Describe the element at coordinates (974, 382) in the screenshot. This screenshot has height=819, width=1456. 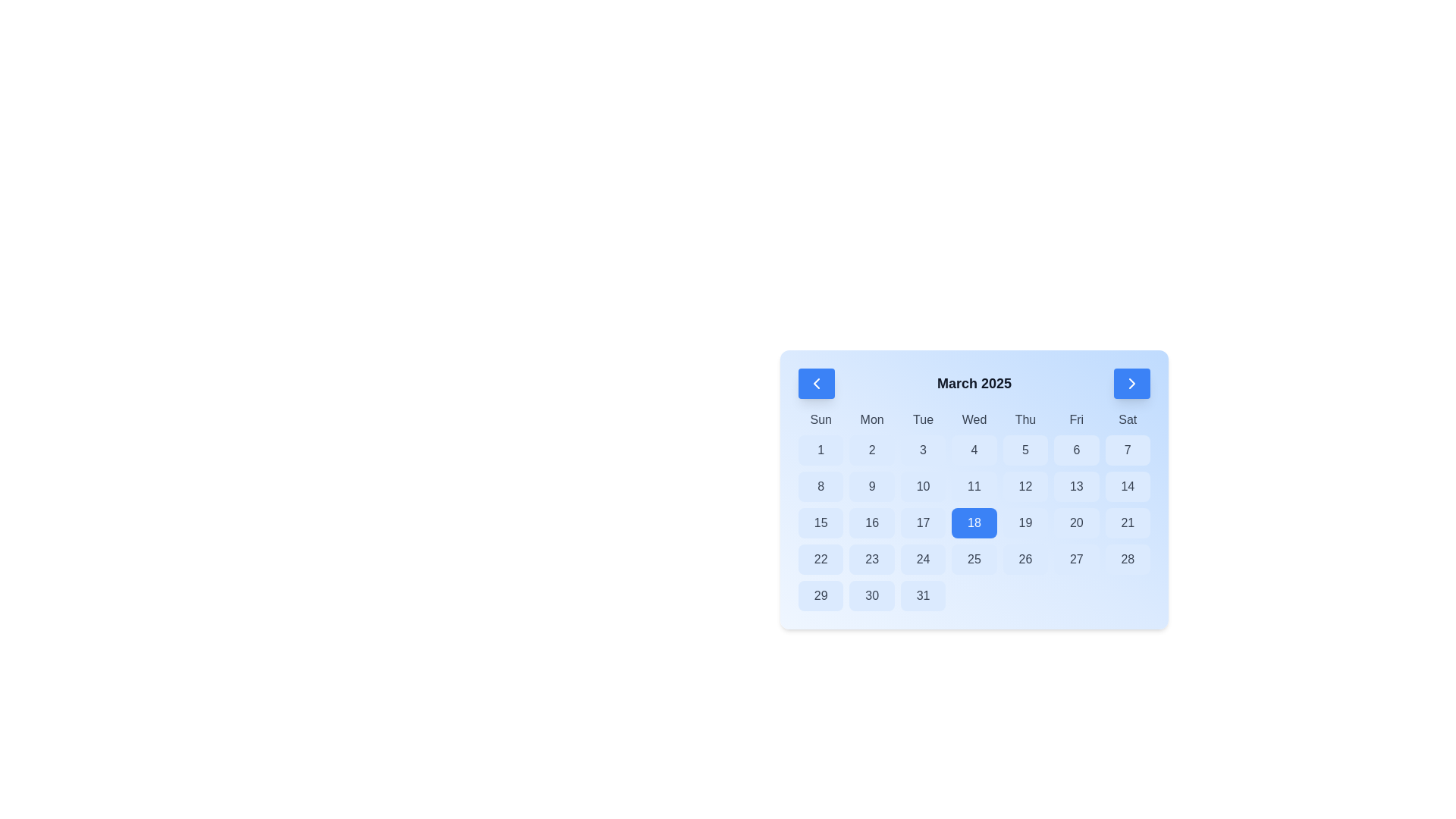
I see `the Text header that displays the currently selected month and year in the calendar interface, located centrally at the upper section of the calendar` at that location.